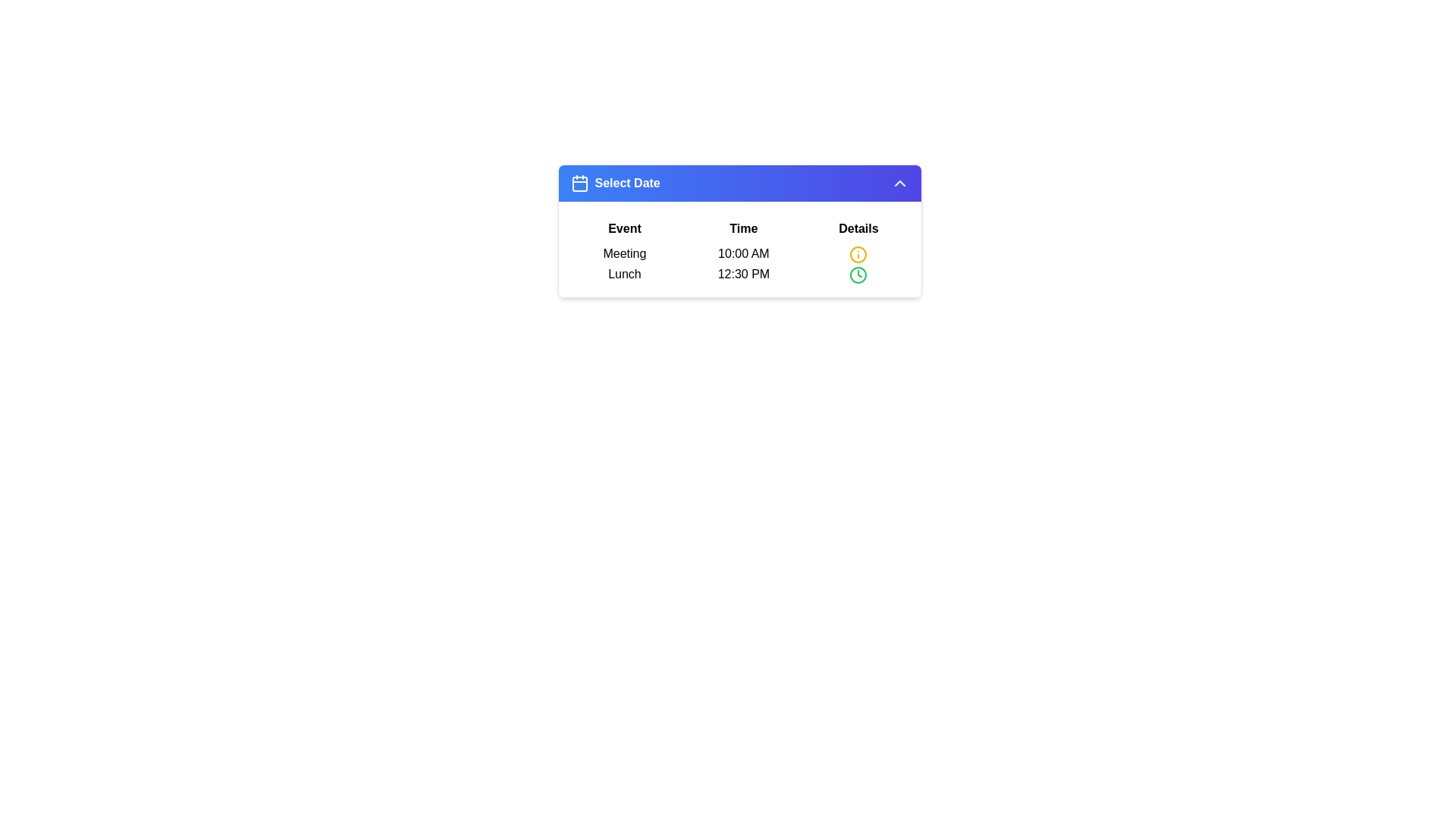 This screenshot has height=819, width=1456. What do you see at coordinates (579, 183) in the screenshot?
I see `the calendar icon located at the leftmost side of the title bar with the text 'Select Date', which provides a visual cue for date selection` at bounding box center [579, 183].